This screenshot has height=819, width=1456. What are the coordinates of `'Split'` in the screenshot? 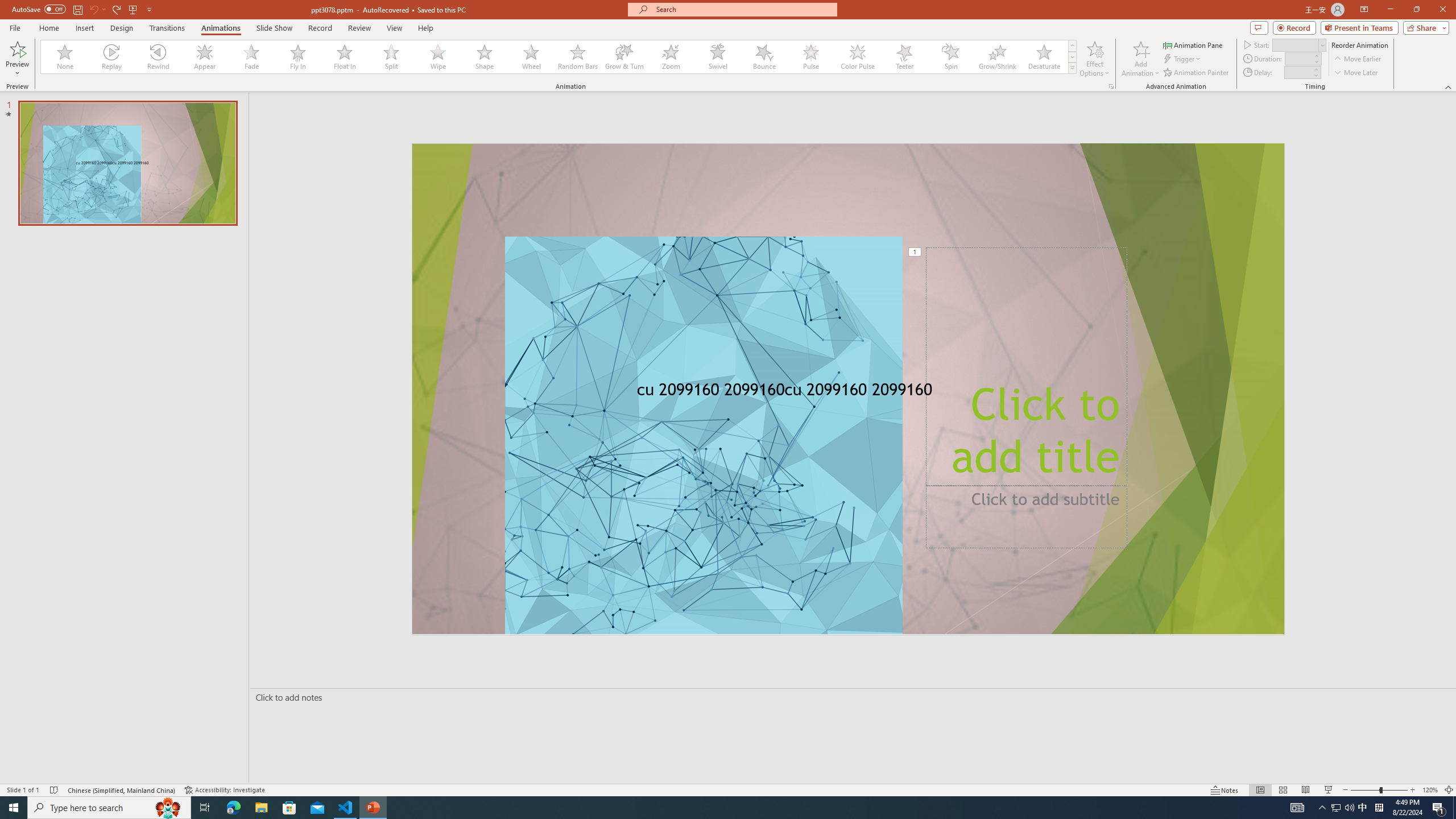 It's located at (391, 56).